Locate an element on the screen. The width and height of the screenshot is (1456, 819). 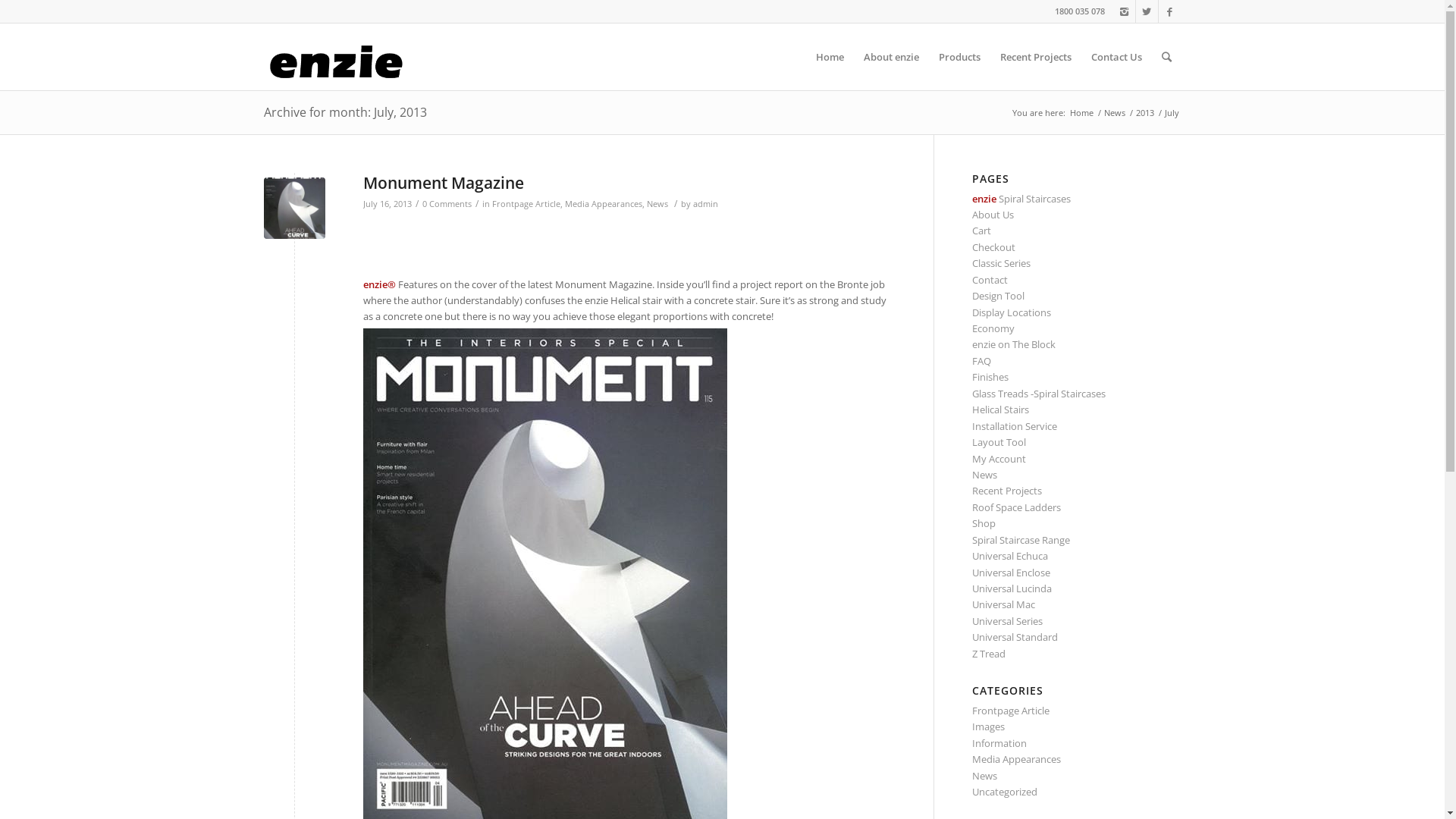
'News' is located at coordinates (1113, 111).